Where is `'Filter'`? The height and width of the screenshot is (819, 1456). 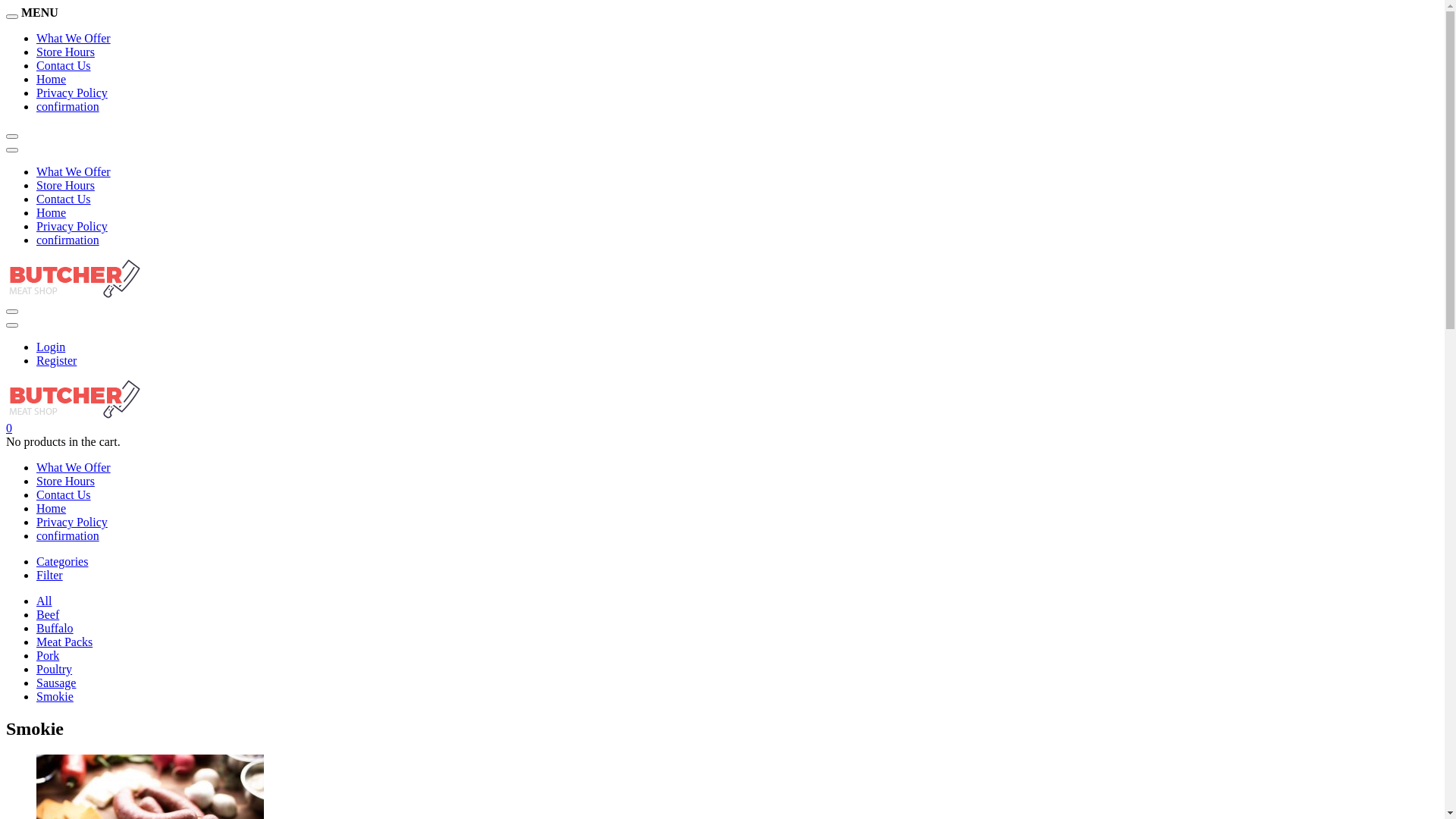
'Filter' is located at coordinates (49, 575).